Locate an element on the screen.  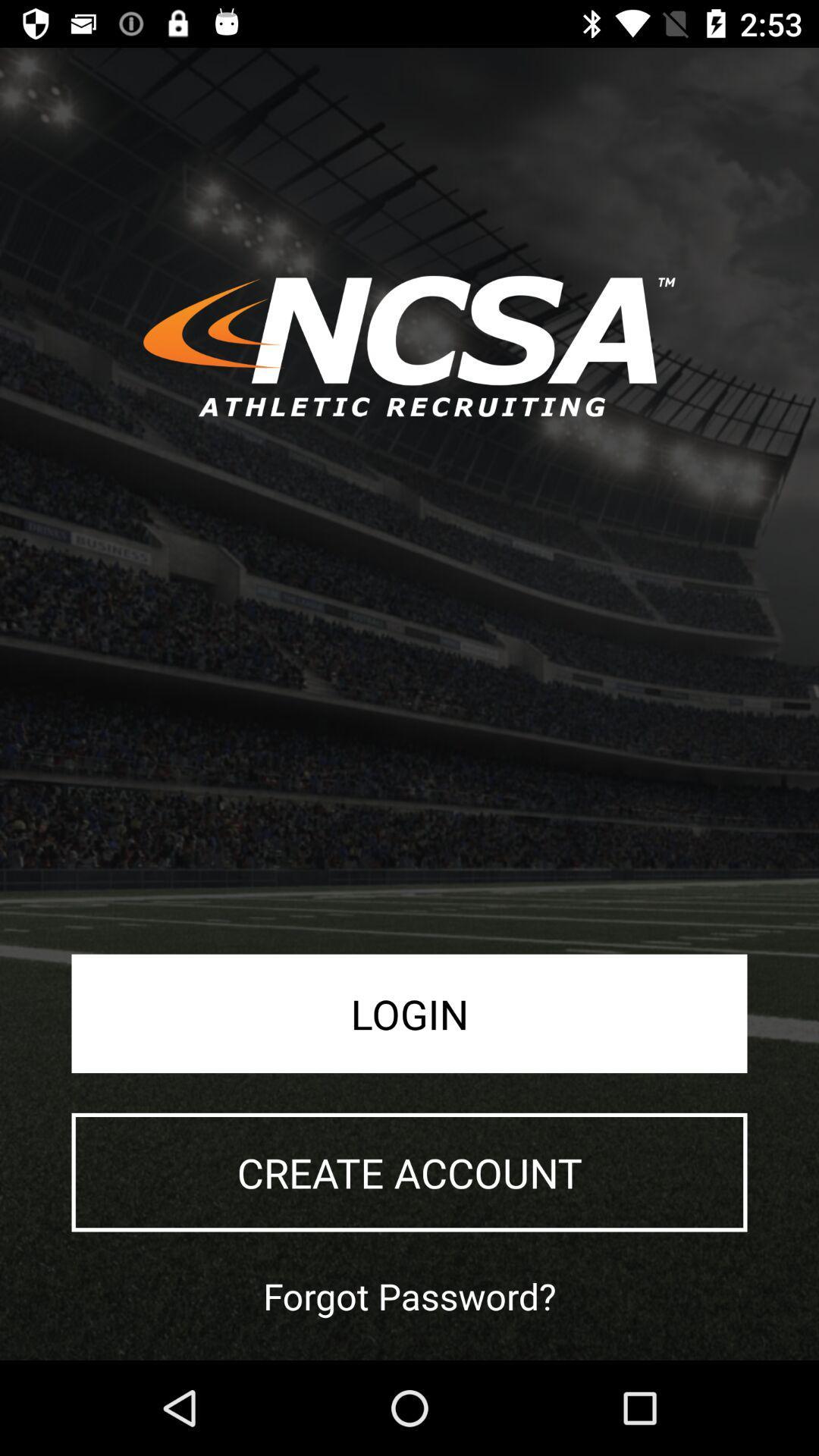
icon above create account app is located at coordinates (409, 1013).